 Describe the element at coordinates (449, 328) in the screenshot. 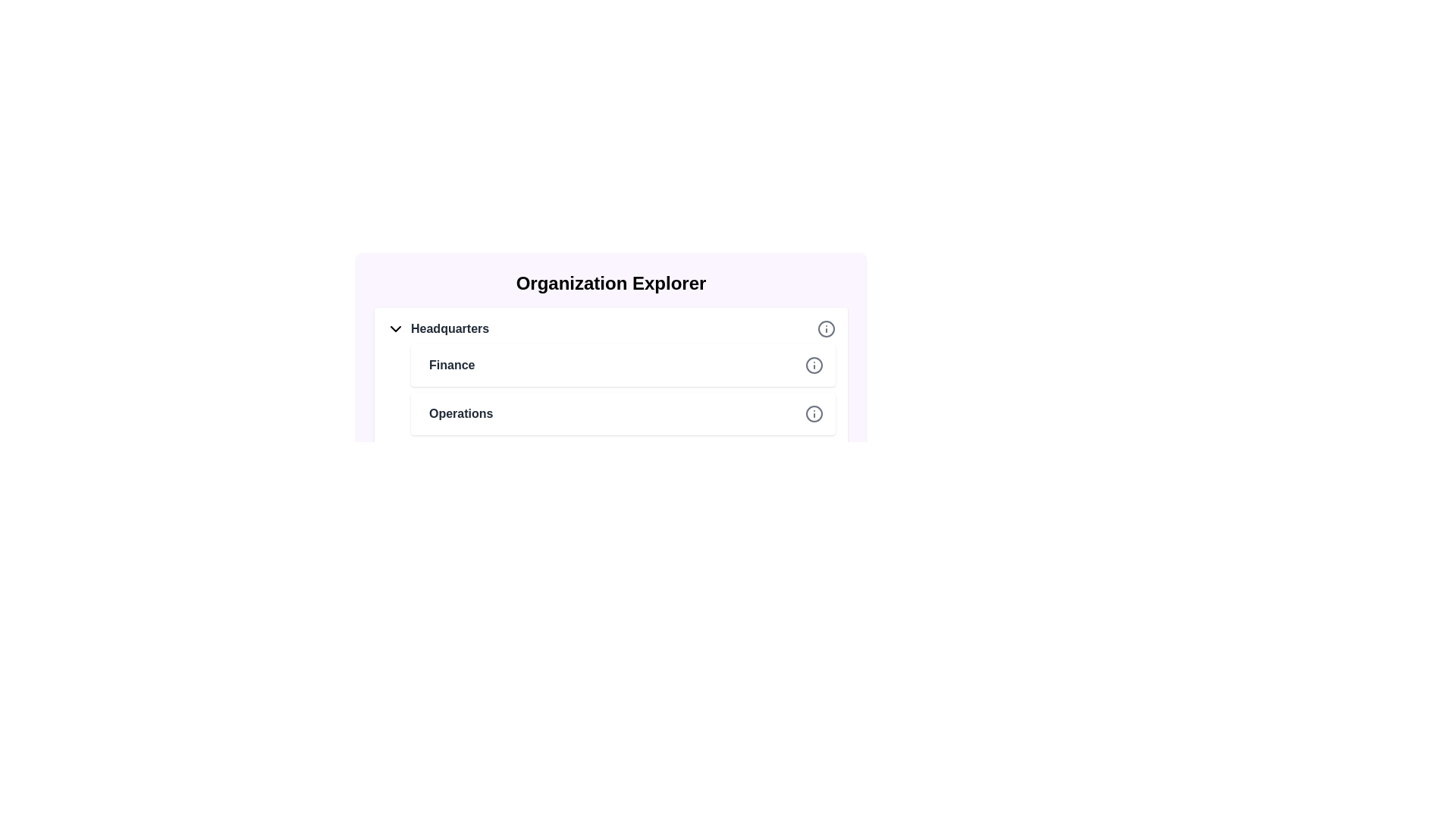

I see `the text content of the 'Headquarters' label, which is bold and dark gray, located within the 'Organization Explorer' section, next to the leftward arrow icon` at that location.